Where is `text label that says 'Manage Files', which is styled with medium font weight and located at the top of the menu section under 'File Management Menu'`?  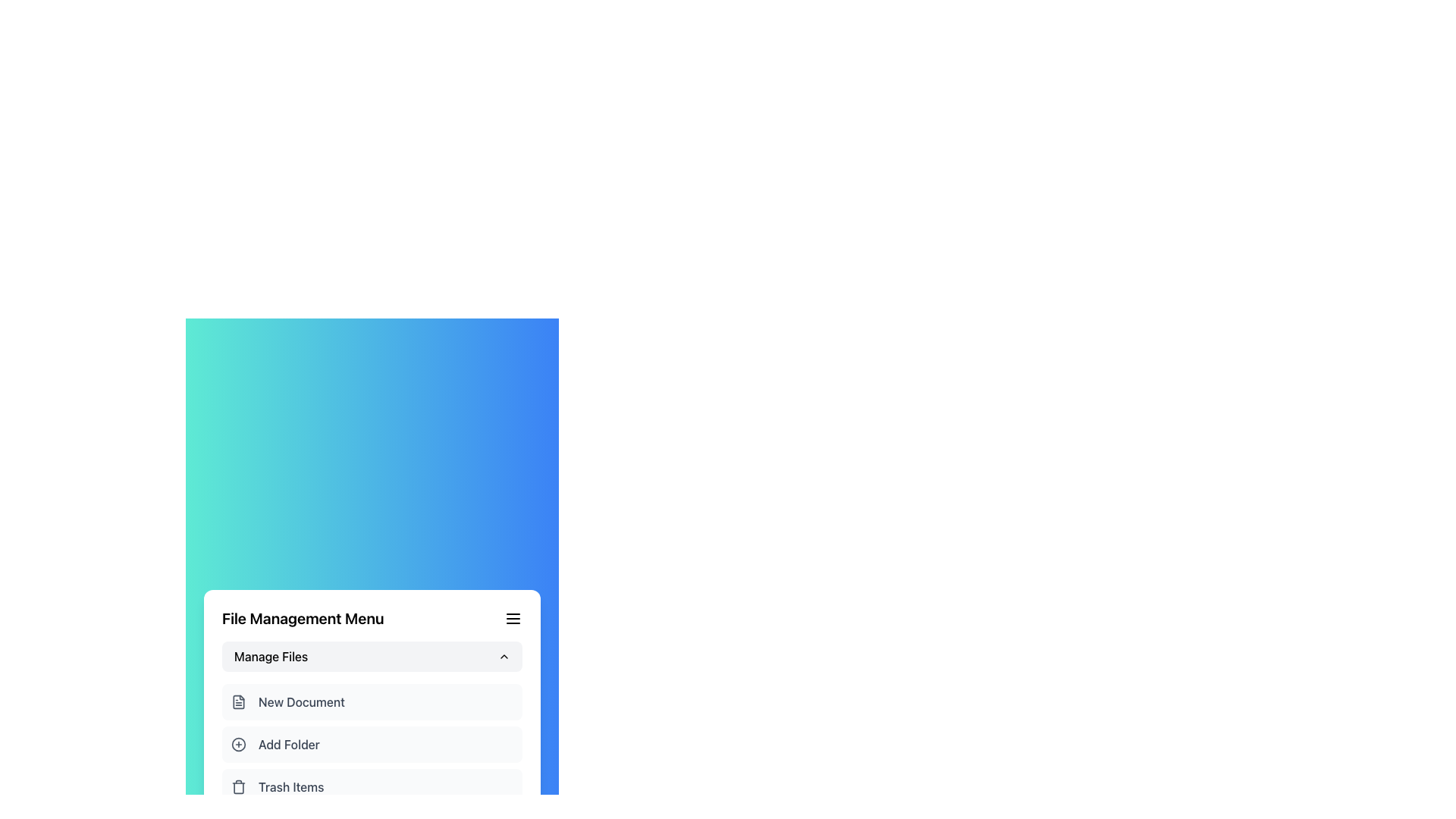 text label that says 'Manage Files', which is styled with medium font weight and located at the top of the menu section under 'File Management Menu' is located at coordinates (271, 656).